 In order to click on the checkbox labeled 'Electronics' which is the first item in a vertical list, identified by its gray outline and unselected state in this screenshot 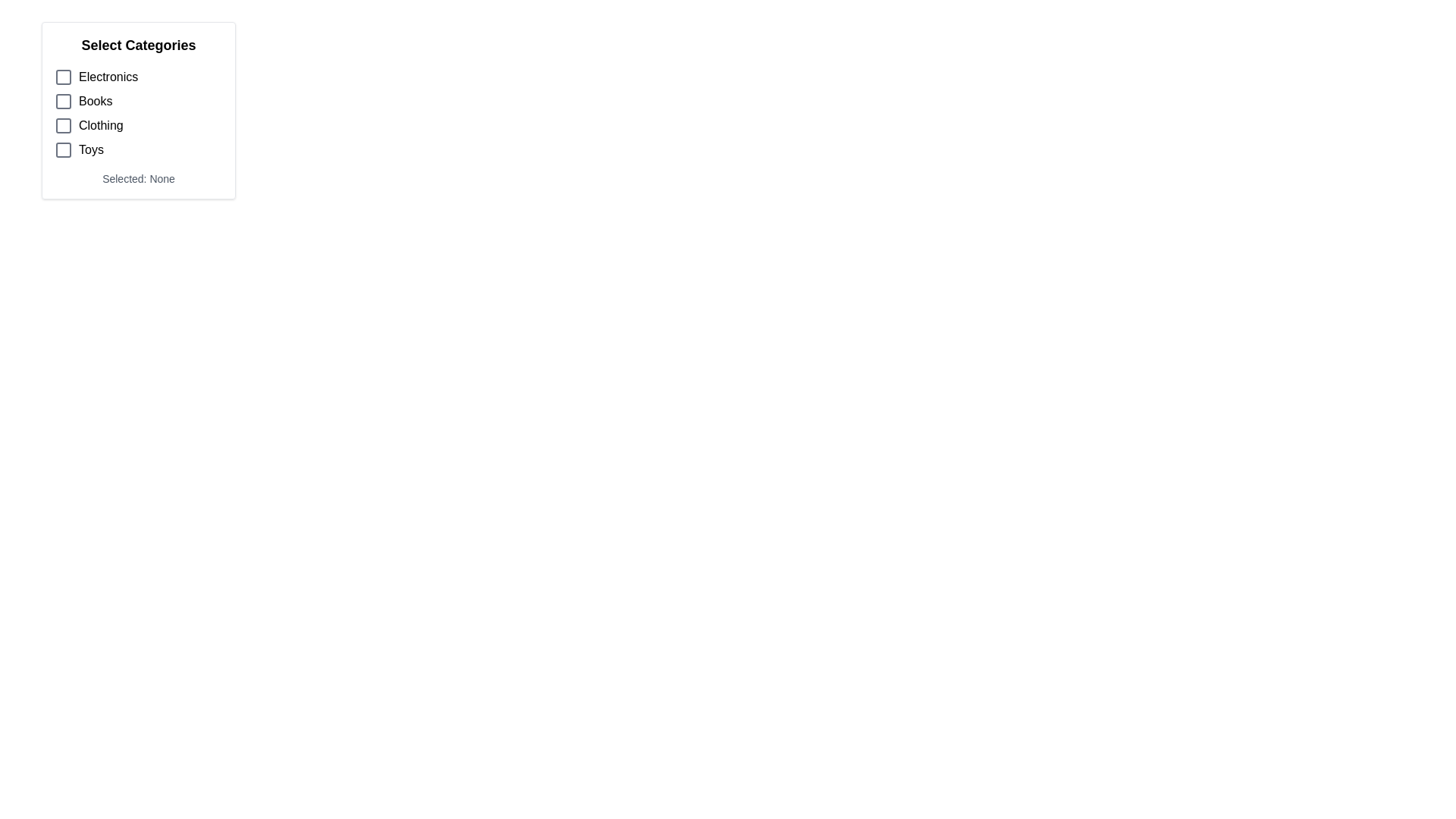, I will do `click(138, 77)`.